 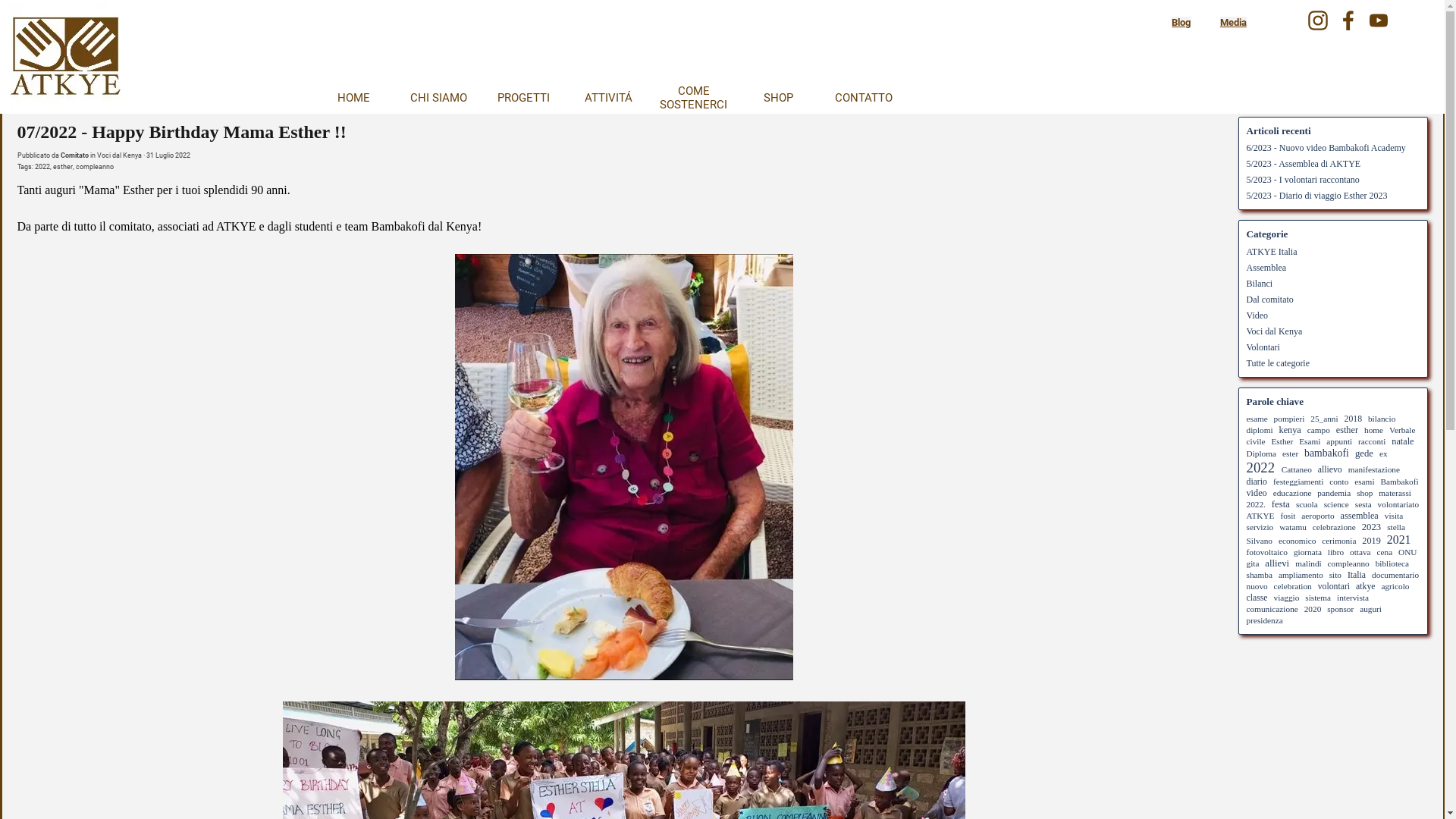 What do you see at coordinates (1348, 468) in the screenshot?
I see `'manifestazione'` at bounding box center [1348, 468].